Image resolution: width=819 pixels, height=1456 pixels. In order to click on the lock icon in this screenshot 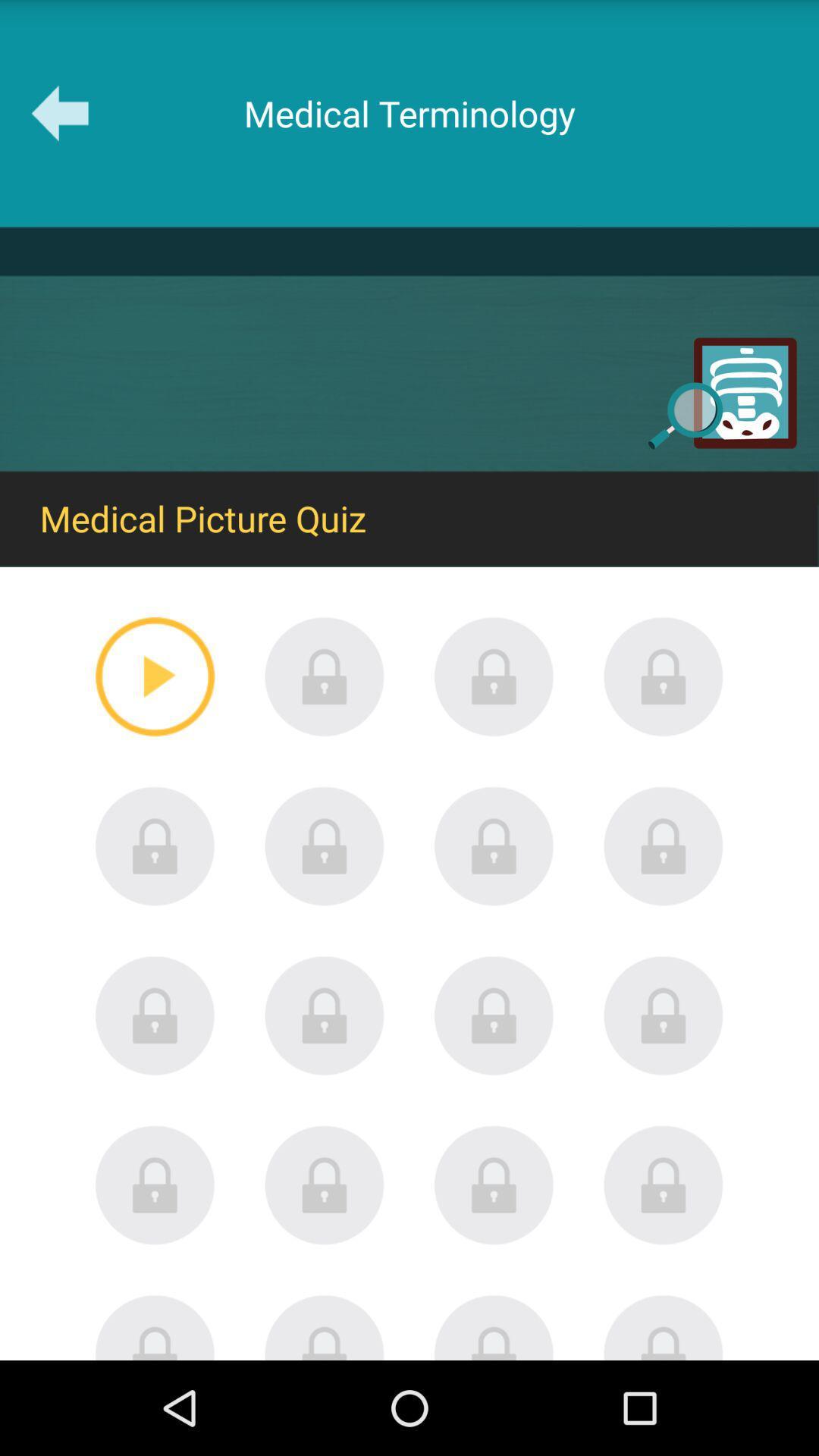, I will do `click(663, 723)`.